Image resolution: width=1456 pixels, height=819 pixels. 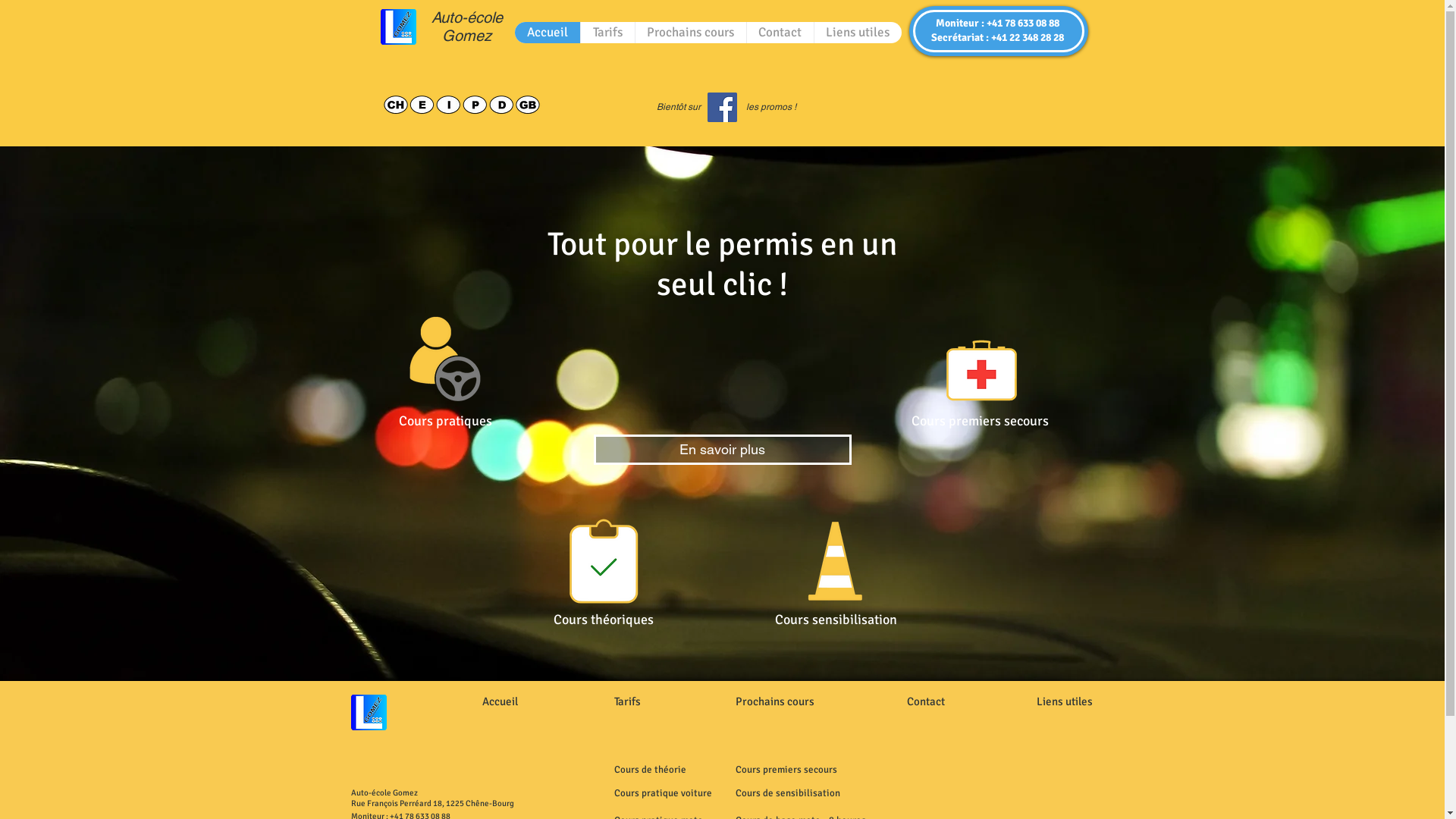 What do you see at coordinates (627, 701) in the screenshot?
I see `'Tarifs'` at bounding box center [627, 701].